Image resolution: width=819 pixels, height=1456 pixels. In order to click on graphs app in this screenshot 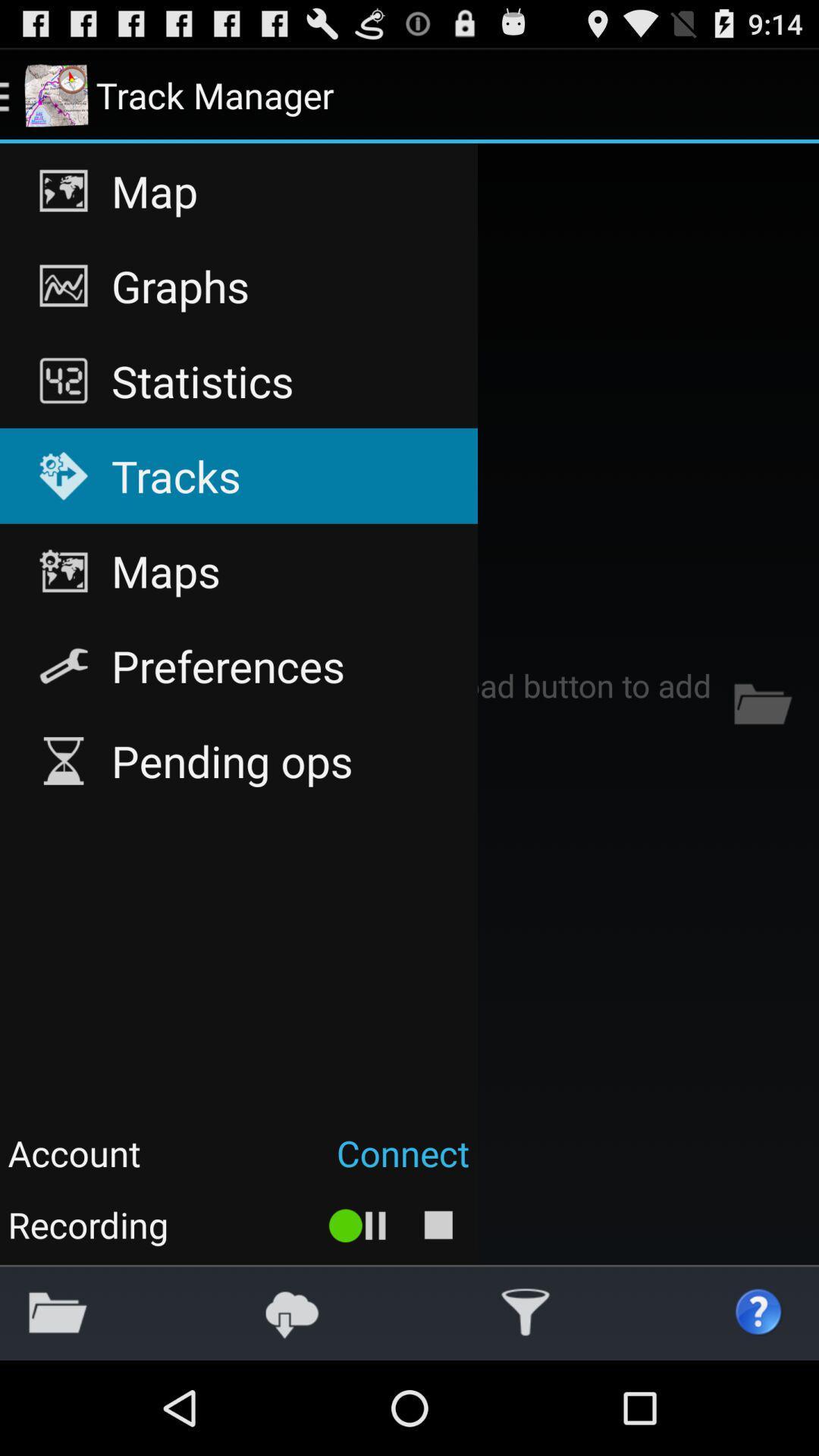, I will do `click(239, 286)`.